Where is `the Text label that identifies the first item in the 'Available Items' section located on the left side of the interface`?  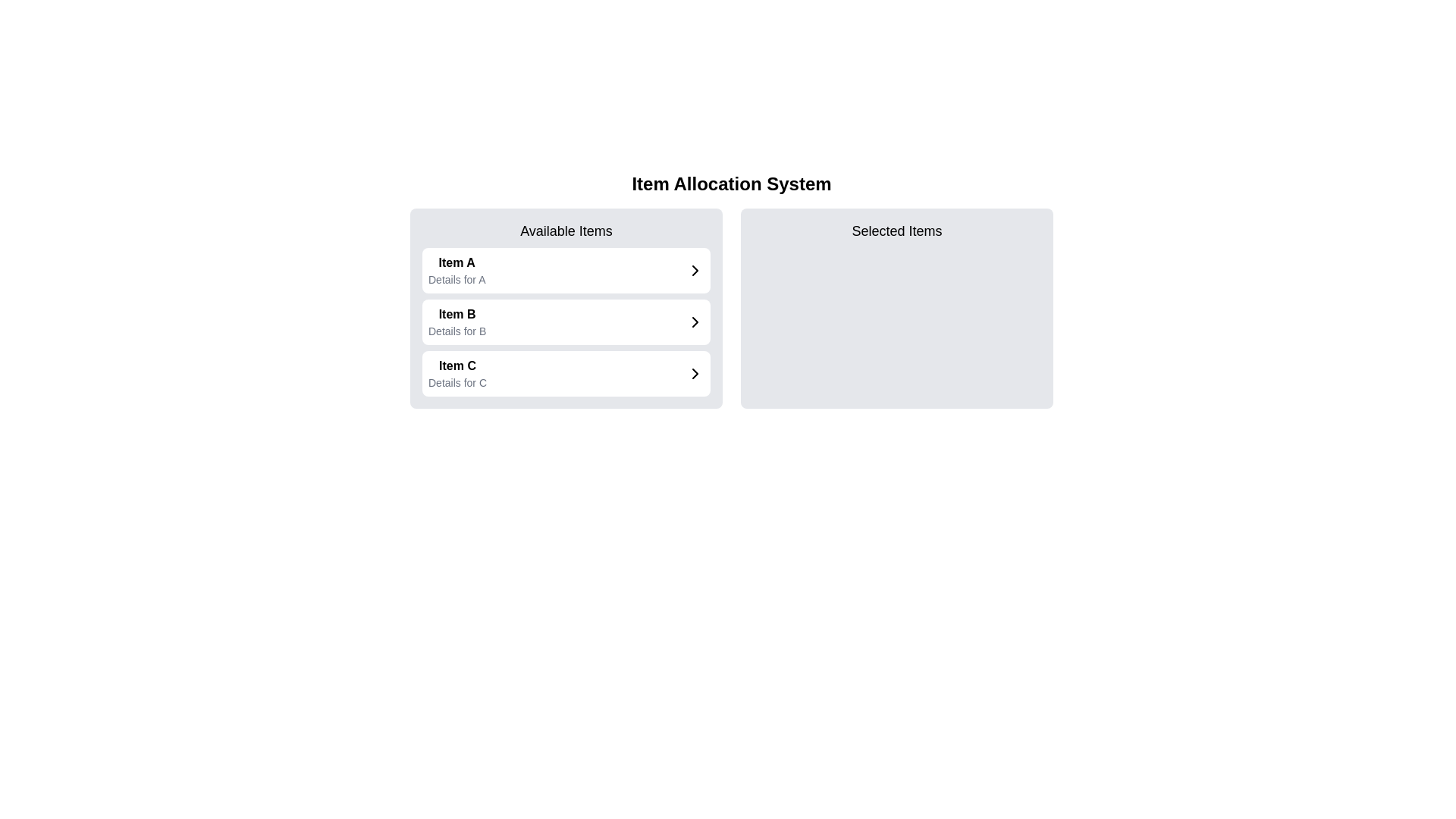 the Text label that identifies the first item in the 'Available Items' section located on the left side of the interface is located at coordinates (456, 262).